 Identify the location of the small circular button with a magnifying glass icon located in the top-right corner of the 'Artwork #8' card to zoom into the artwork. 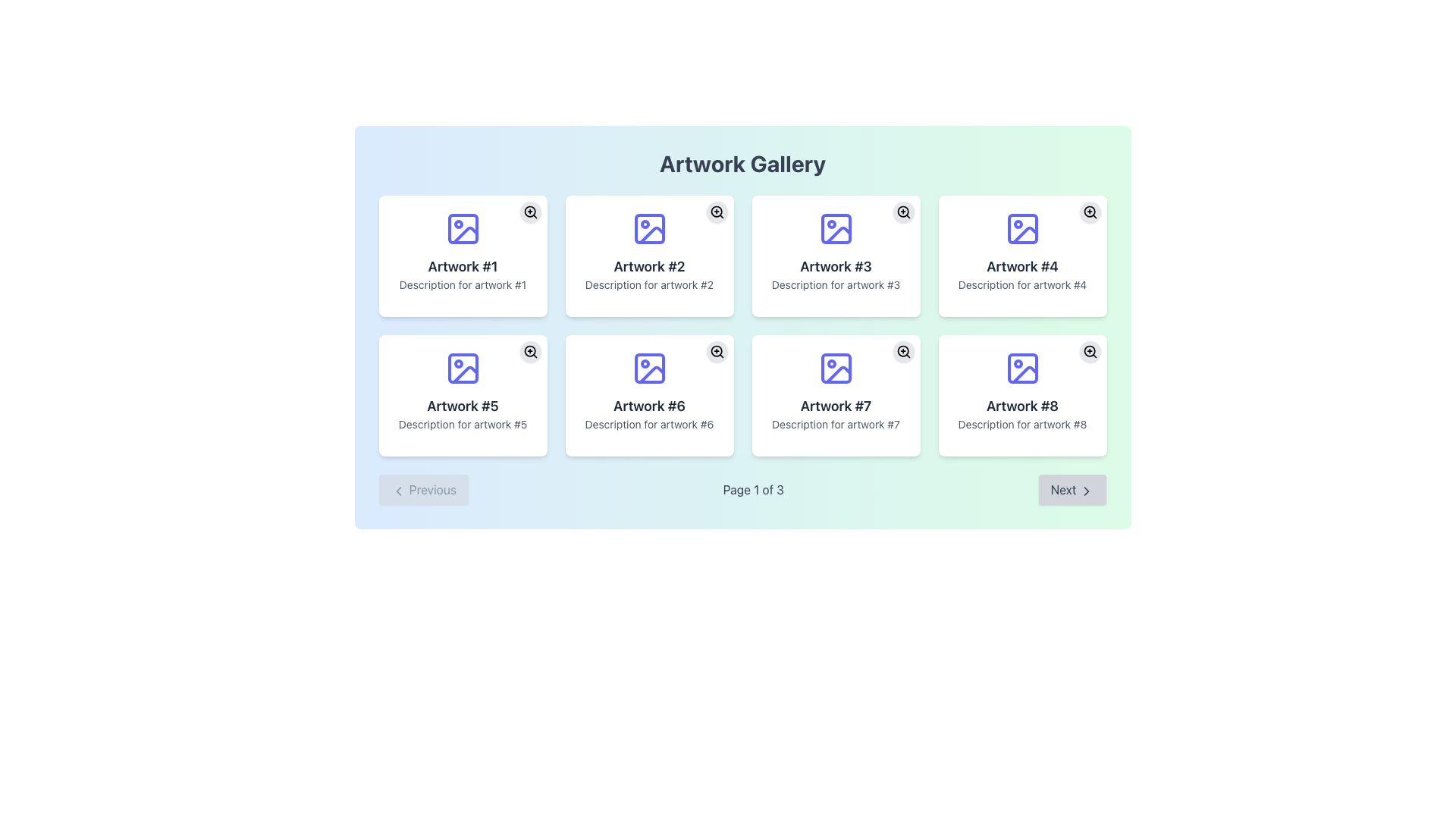
(1089, 351).